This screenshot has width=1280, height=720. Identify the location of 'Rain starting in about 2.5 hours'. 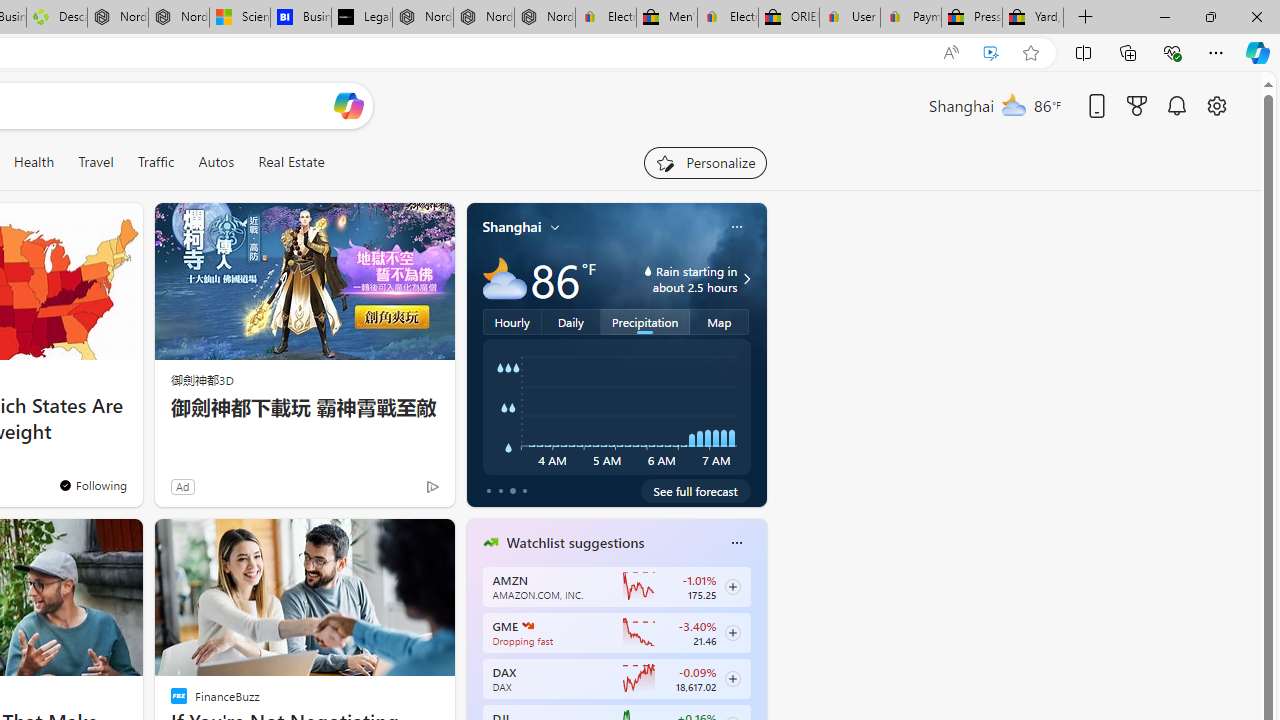
(743, 279).